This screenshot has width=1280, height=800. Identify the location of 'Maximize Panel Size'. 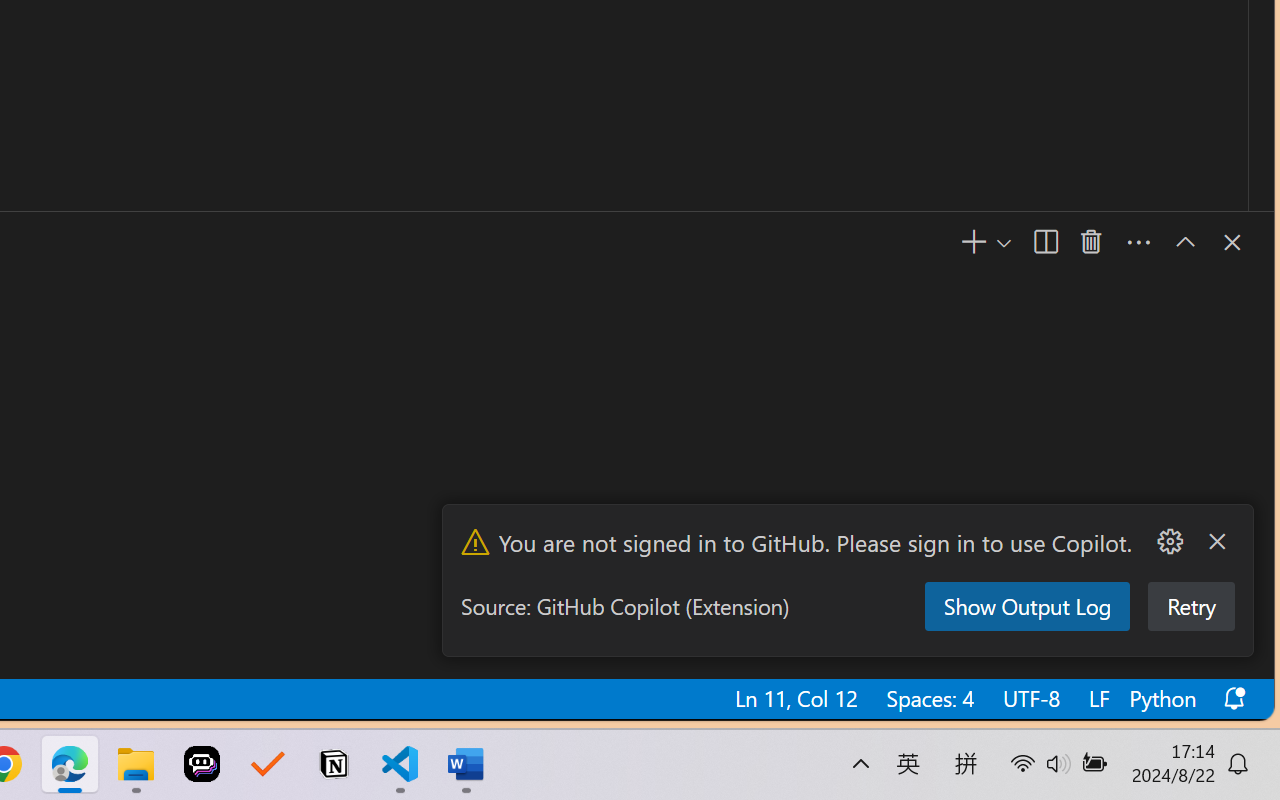
(1184, 241).